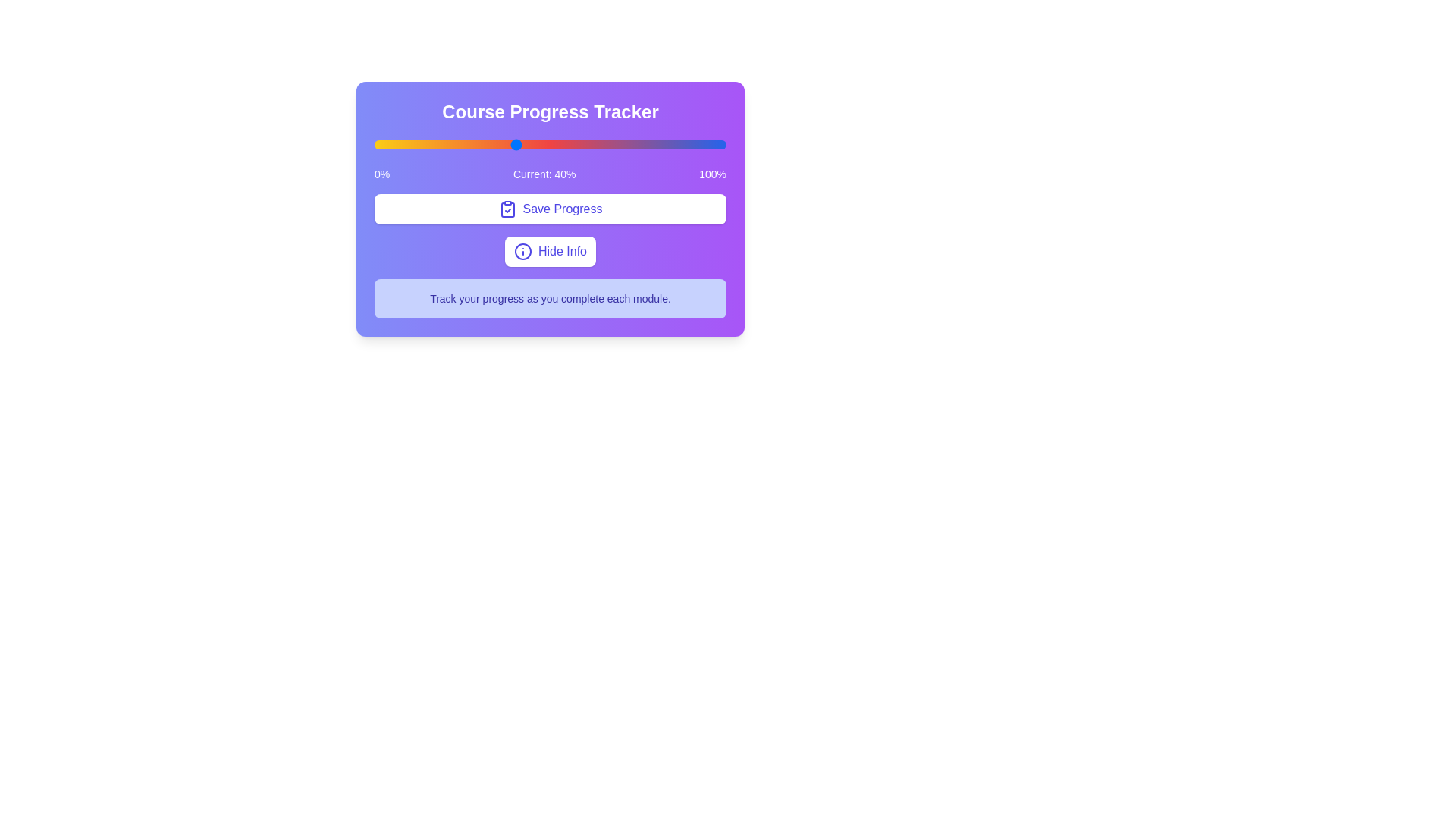 The width and height of the screenshot is (1456, 819). Describe the element at coordinates (549, 180) in the screenshot. I see `the slider of the progress bar widget, which has a gradient color scheme and displays the current value as 'Current: 40%'` at that location.